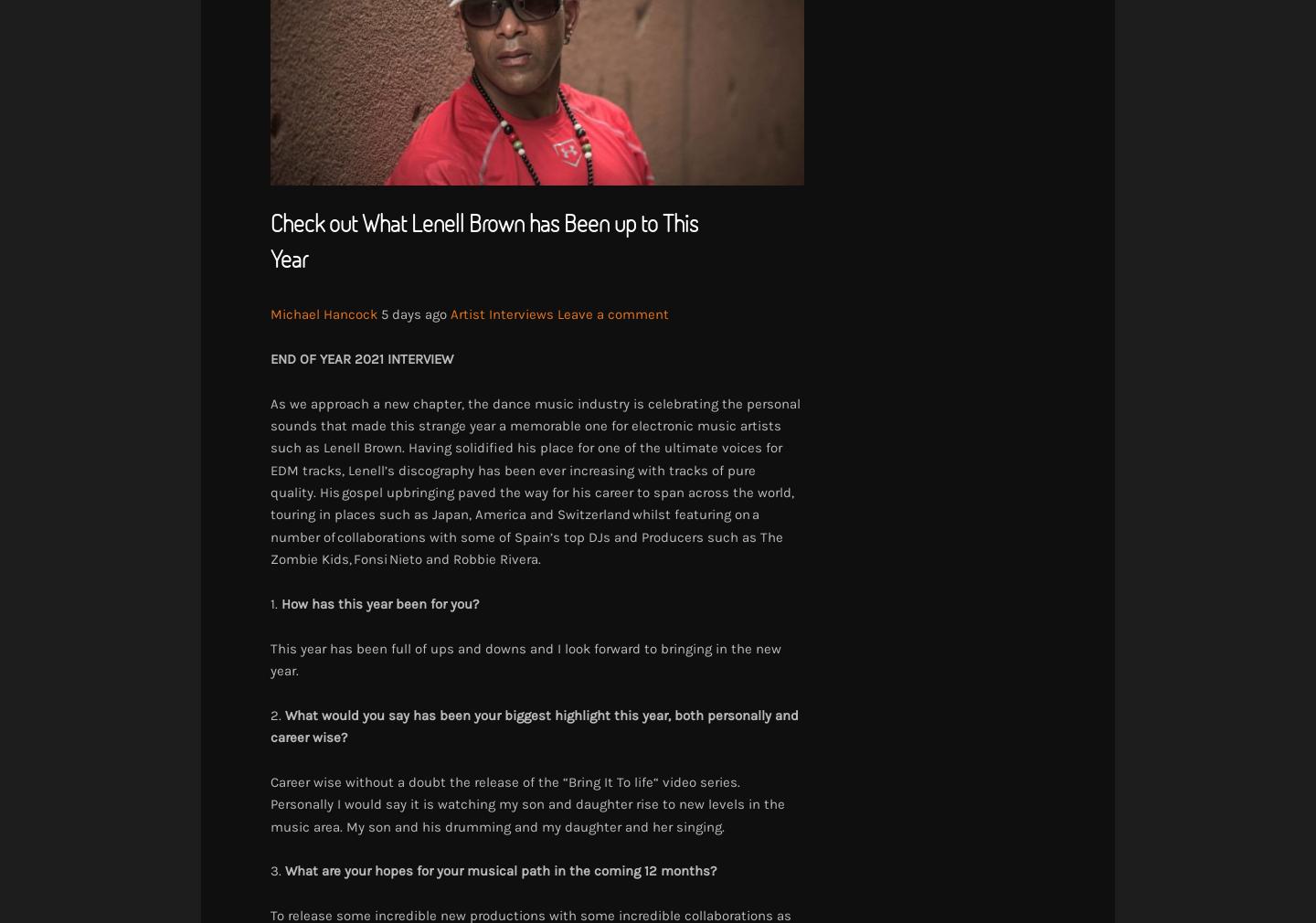  I want to click on 'What are your hopes for your musical path in the coming 12 months?', so click(285, 871).